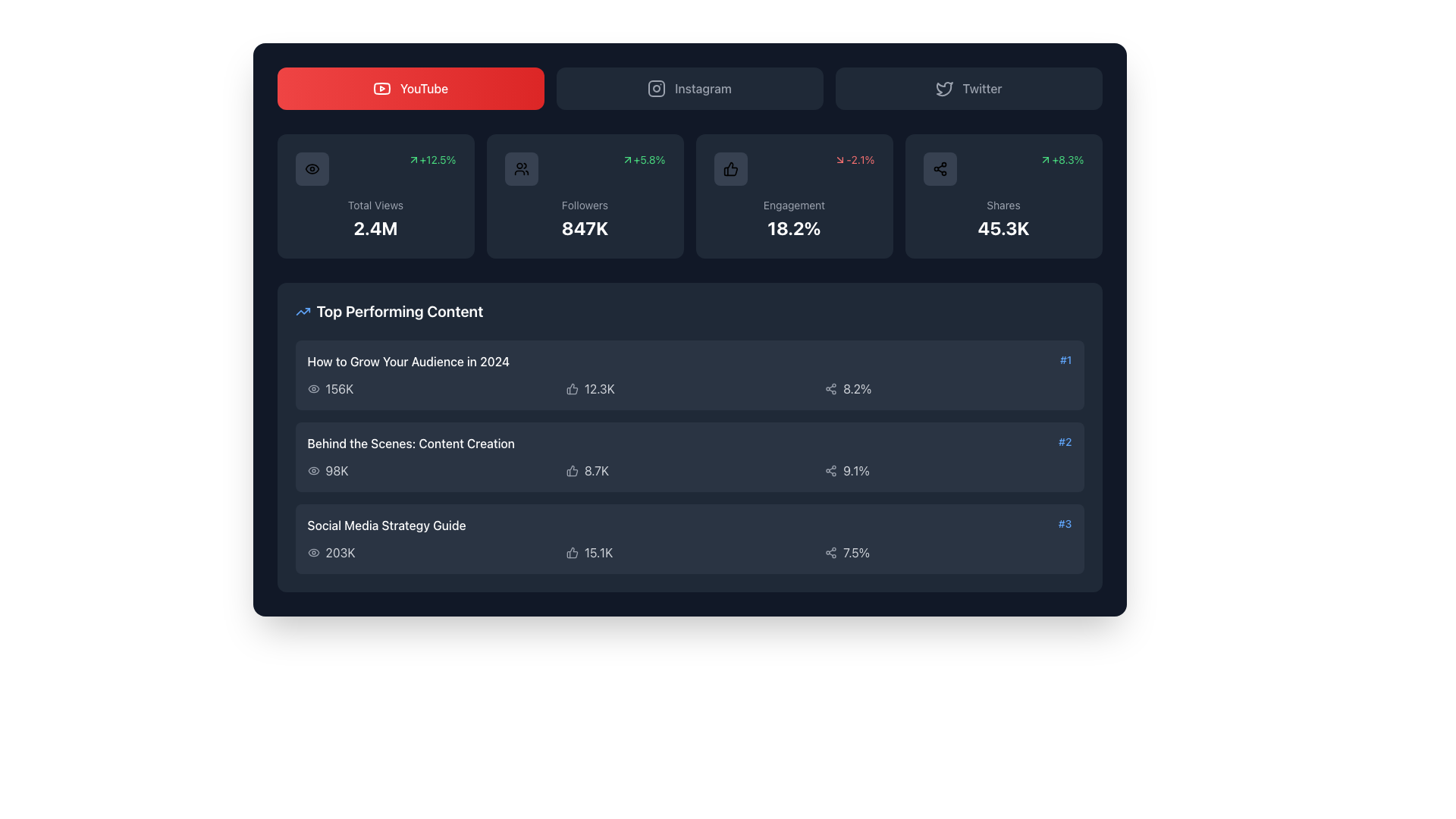 The width and height of the screenshot is (1456, 819). Describe the element at coordinates (830, 470) in the screenshot. I see `the 'Share' icon represented by three connected circles, which is located to the left of the text '9.1%' in the row labeled '#2 Behind the Scenes: Content Creation'` at that location.